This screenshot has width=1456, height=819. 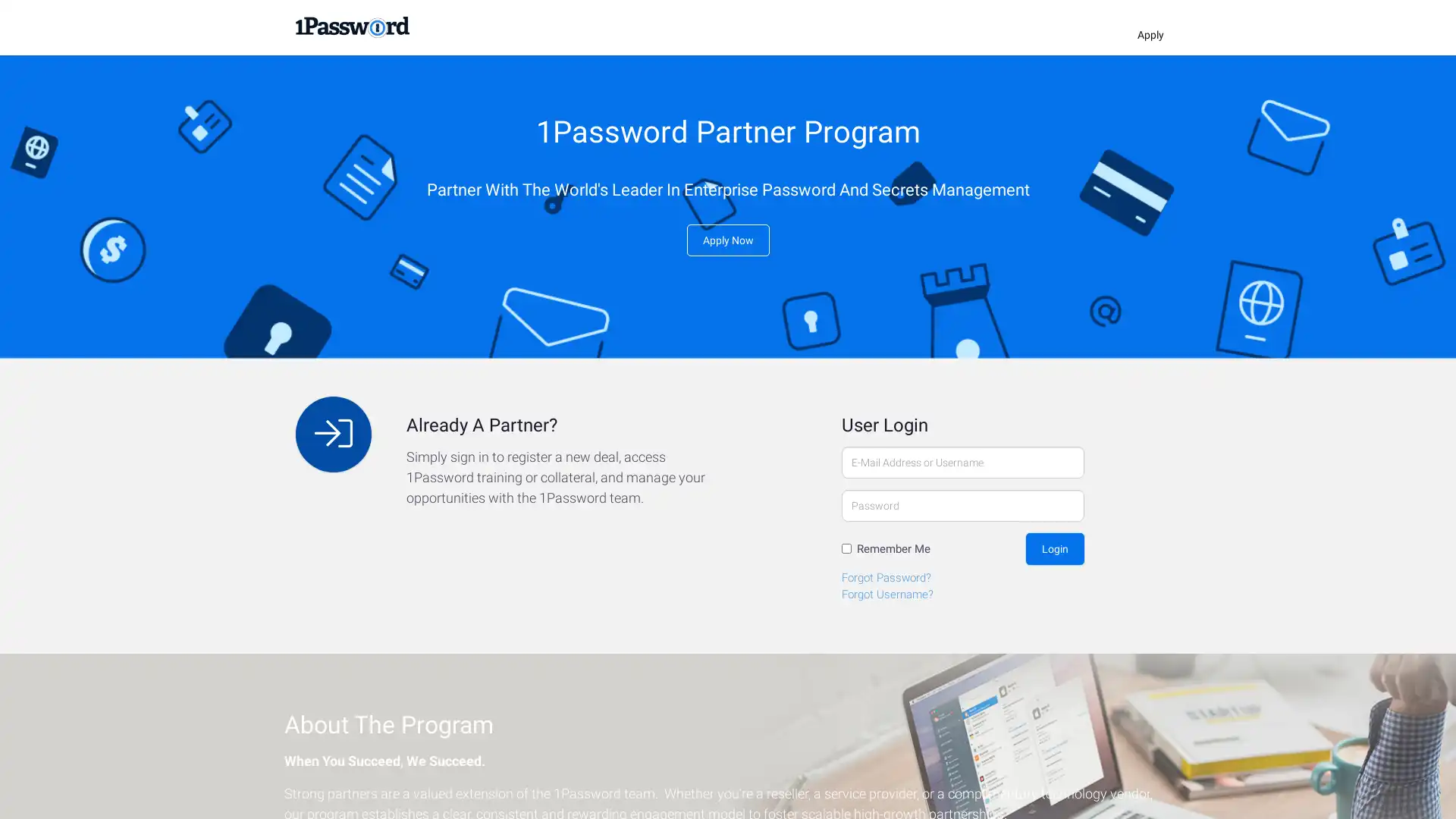 What do you see at coordinates (887, 593) in the screenshot?
I see `Forgot Username?` at bounding box center [887, 593].